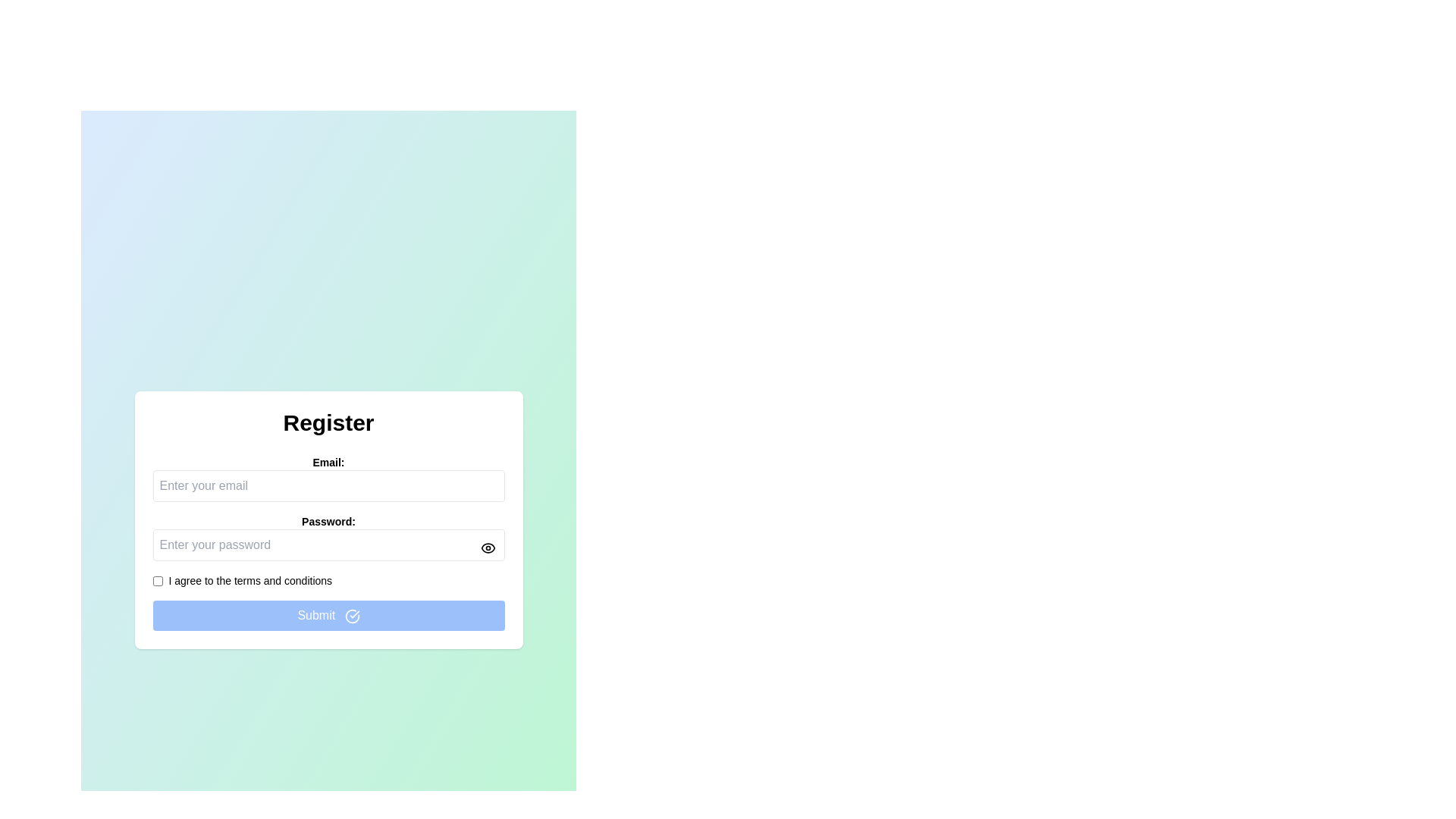 This screenshot has width=1456, height=819. Describe the element at coordinates (250, 580) in the screenshot. I see `the descriptive text label that informs users about the agreement's terms, which is located to the right of the adjacent checkbox` at that location.